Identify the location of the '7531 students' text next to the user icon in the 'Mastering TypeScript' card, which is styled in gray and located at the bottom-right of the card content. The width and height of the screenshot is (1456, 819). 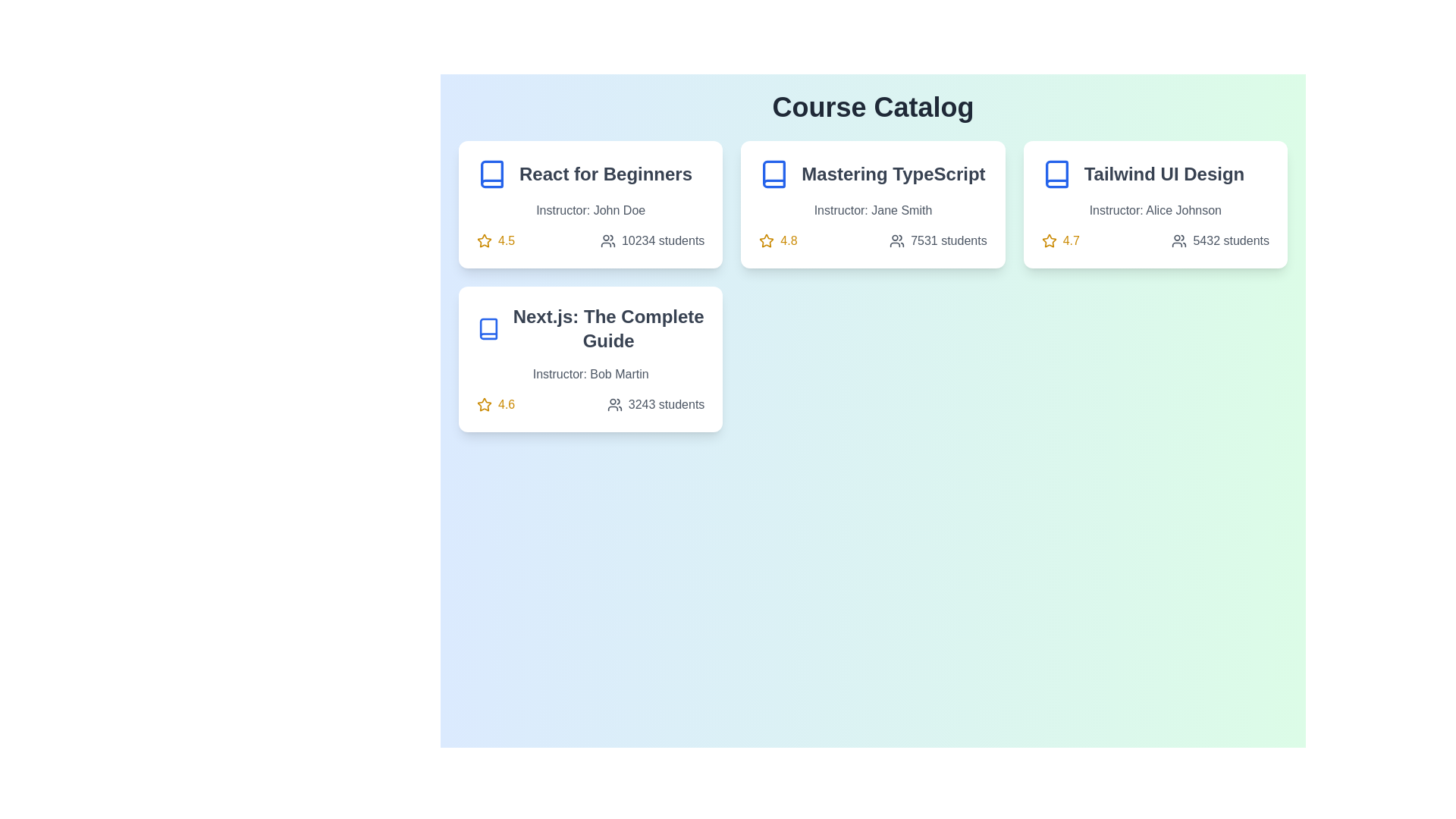
(937, 240).